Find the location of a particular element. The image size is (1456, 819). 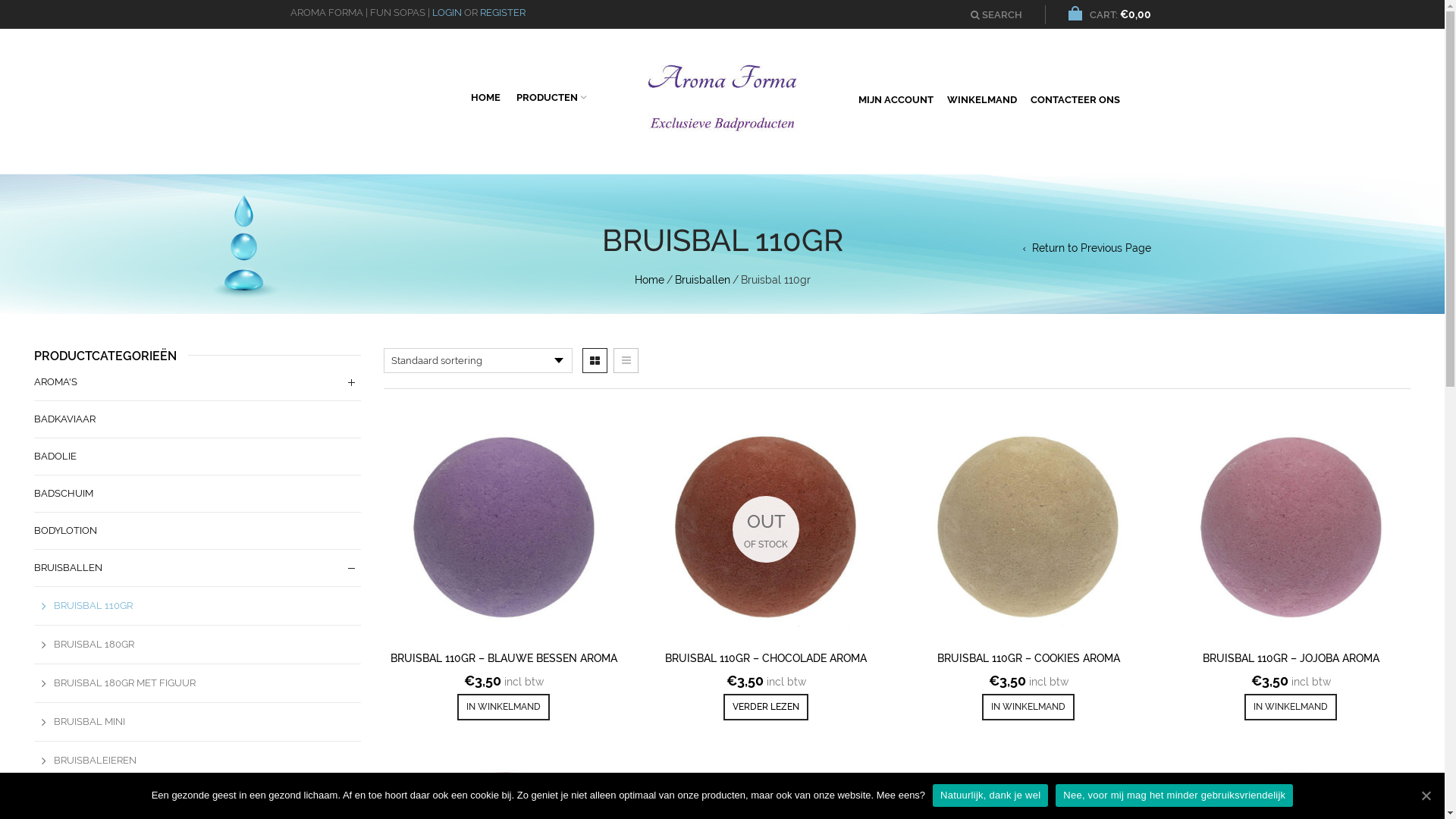

'VERDER LEZEN' is located at coordinates (723, 707).